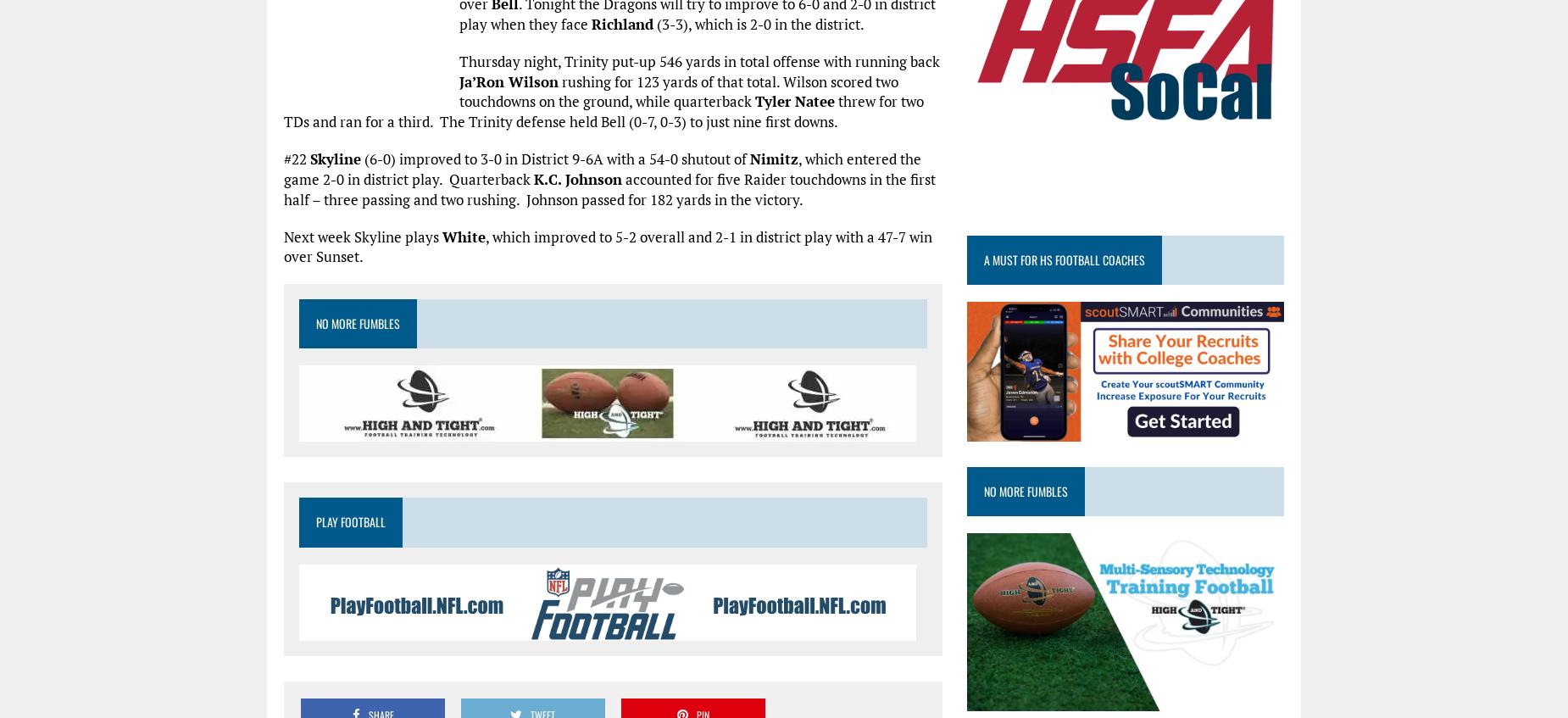  I want to click on 'accounted for five Raider touchdowns in the first half – three passing and two rushing.  Johnson passed for 182 yards in the victory.', so click(283, 188).